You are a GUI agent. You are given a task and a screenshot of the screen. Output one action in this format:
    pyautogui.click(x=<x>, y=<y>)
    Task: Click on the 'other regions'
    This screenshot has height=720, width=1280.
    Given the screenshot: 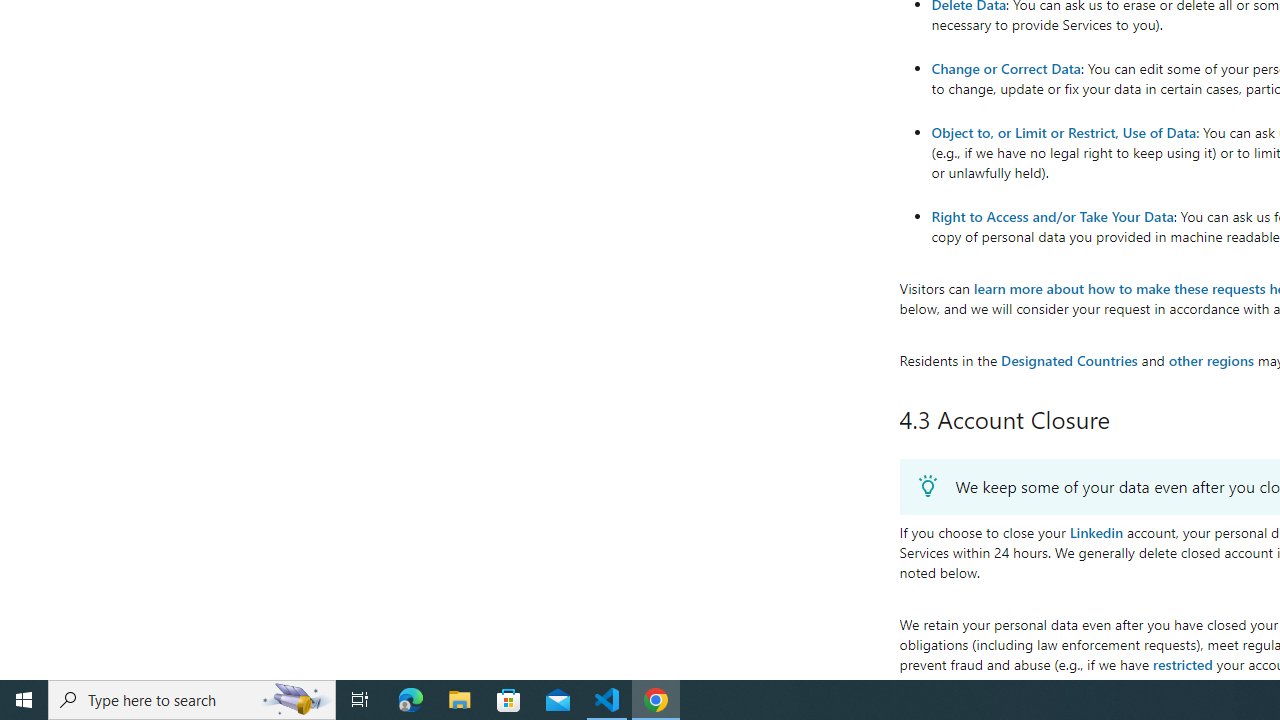 What is the action you would take?
    pyautogui.click(x=1209, y=360)
    